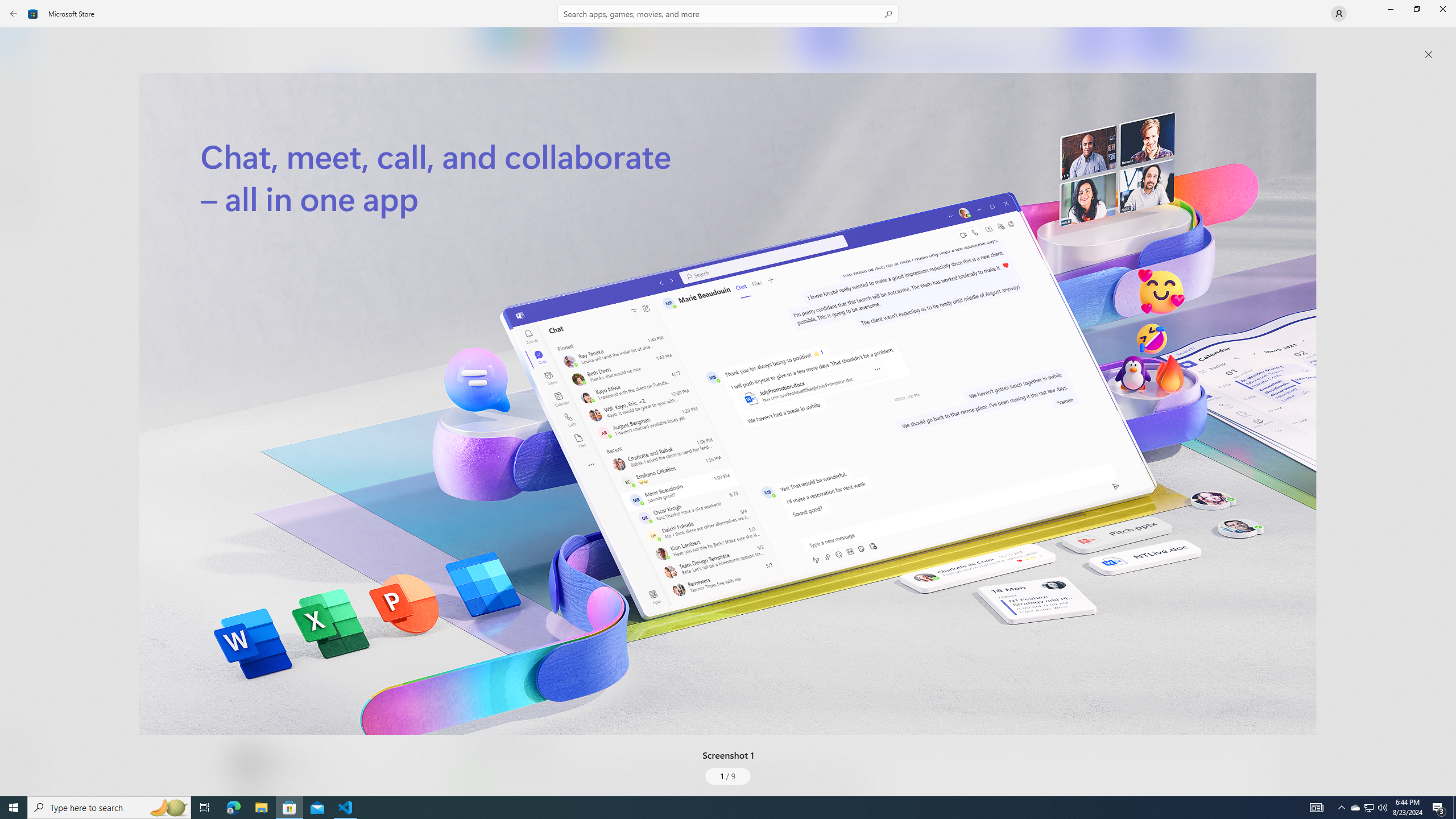 Image resolution: width=1456 pixels, height=819 pixels. What do you see at coordinates (1442, 9) in the screenshot?
I see `'Close Microsoft Store'` at bounding box center [1442, 9].